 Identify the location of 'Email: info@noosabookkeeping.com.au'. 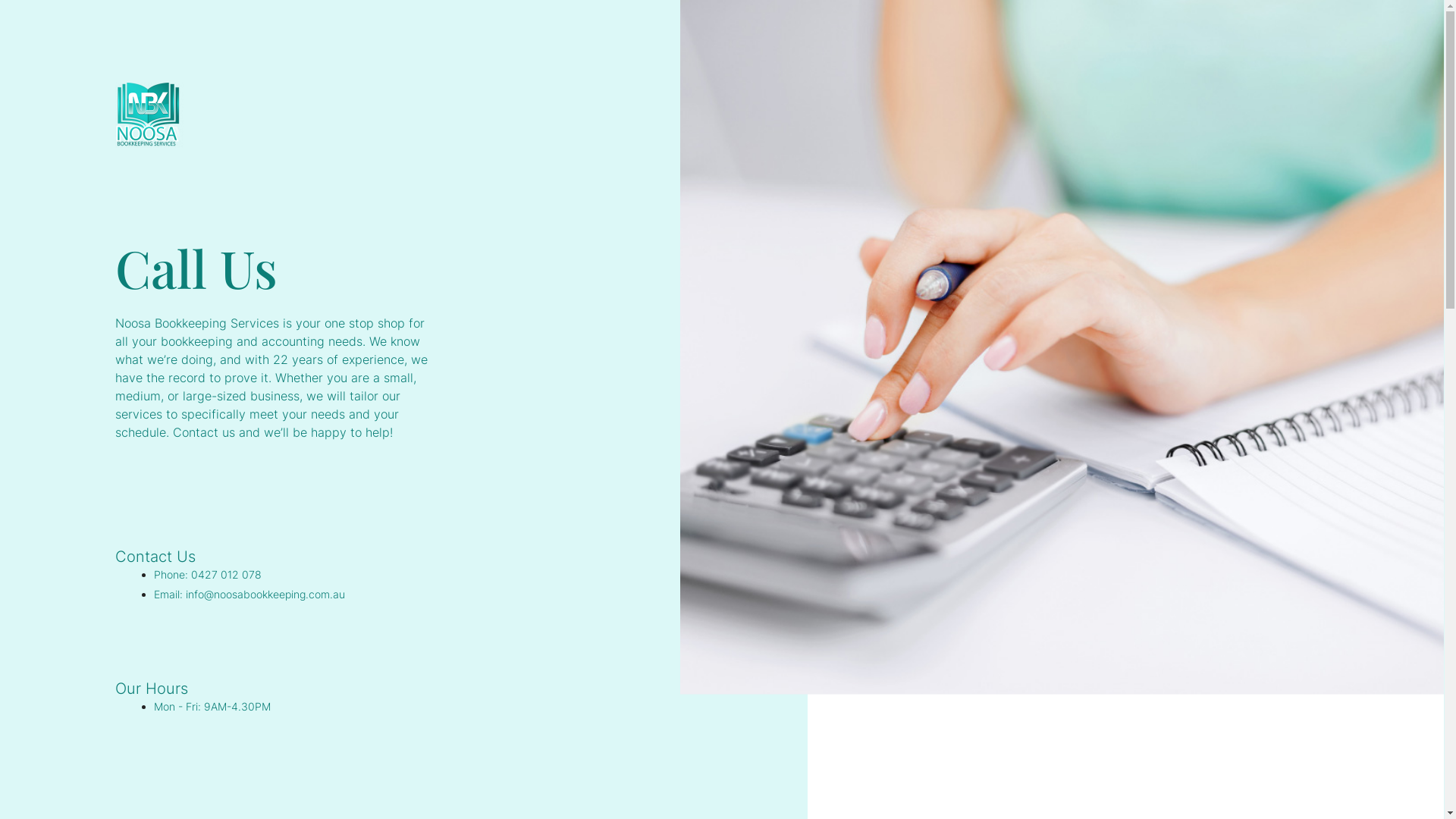
(249, 593).